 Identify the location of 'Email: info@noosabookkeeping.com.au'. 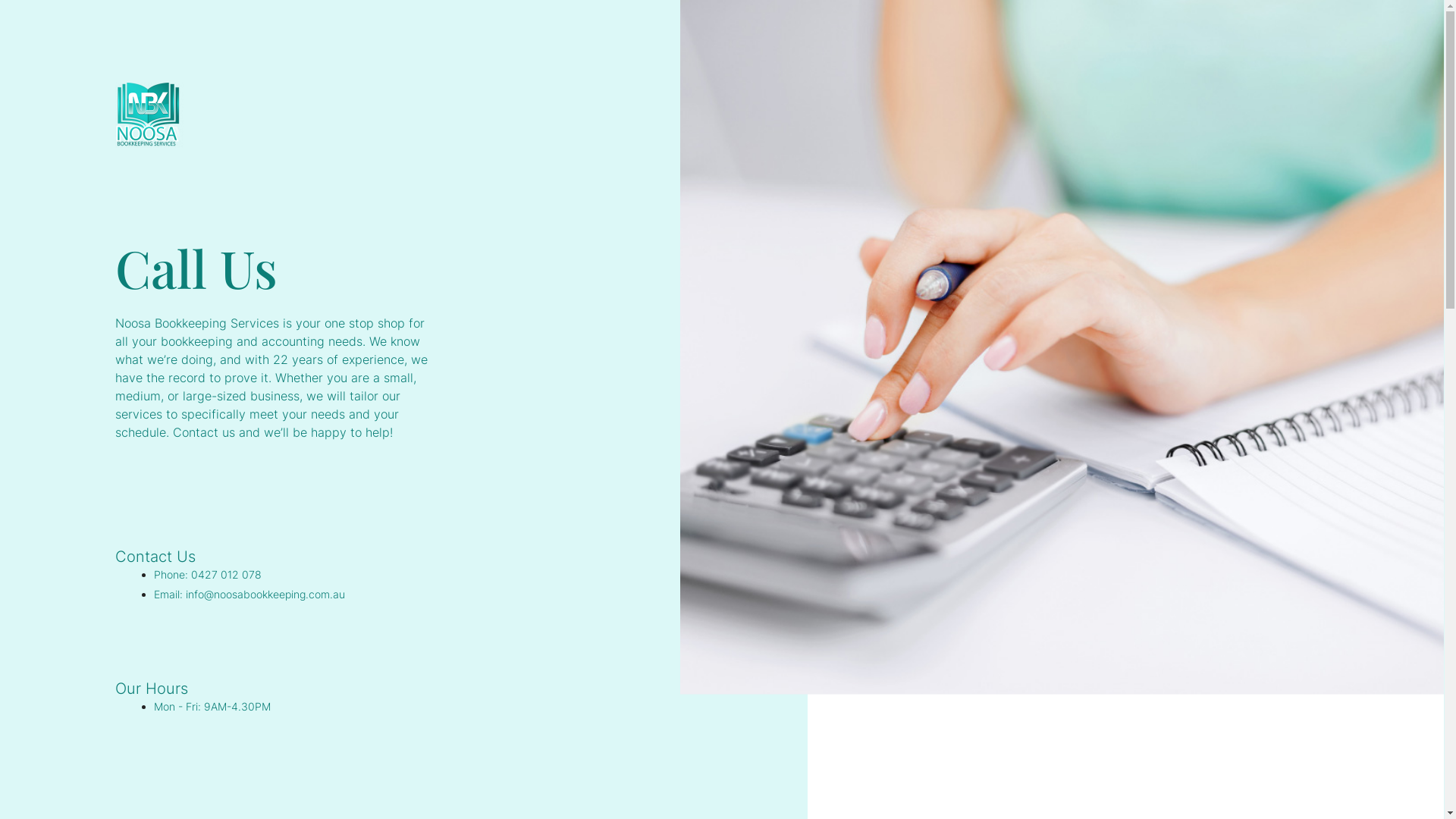
(249, 593).